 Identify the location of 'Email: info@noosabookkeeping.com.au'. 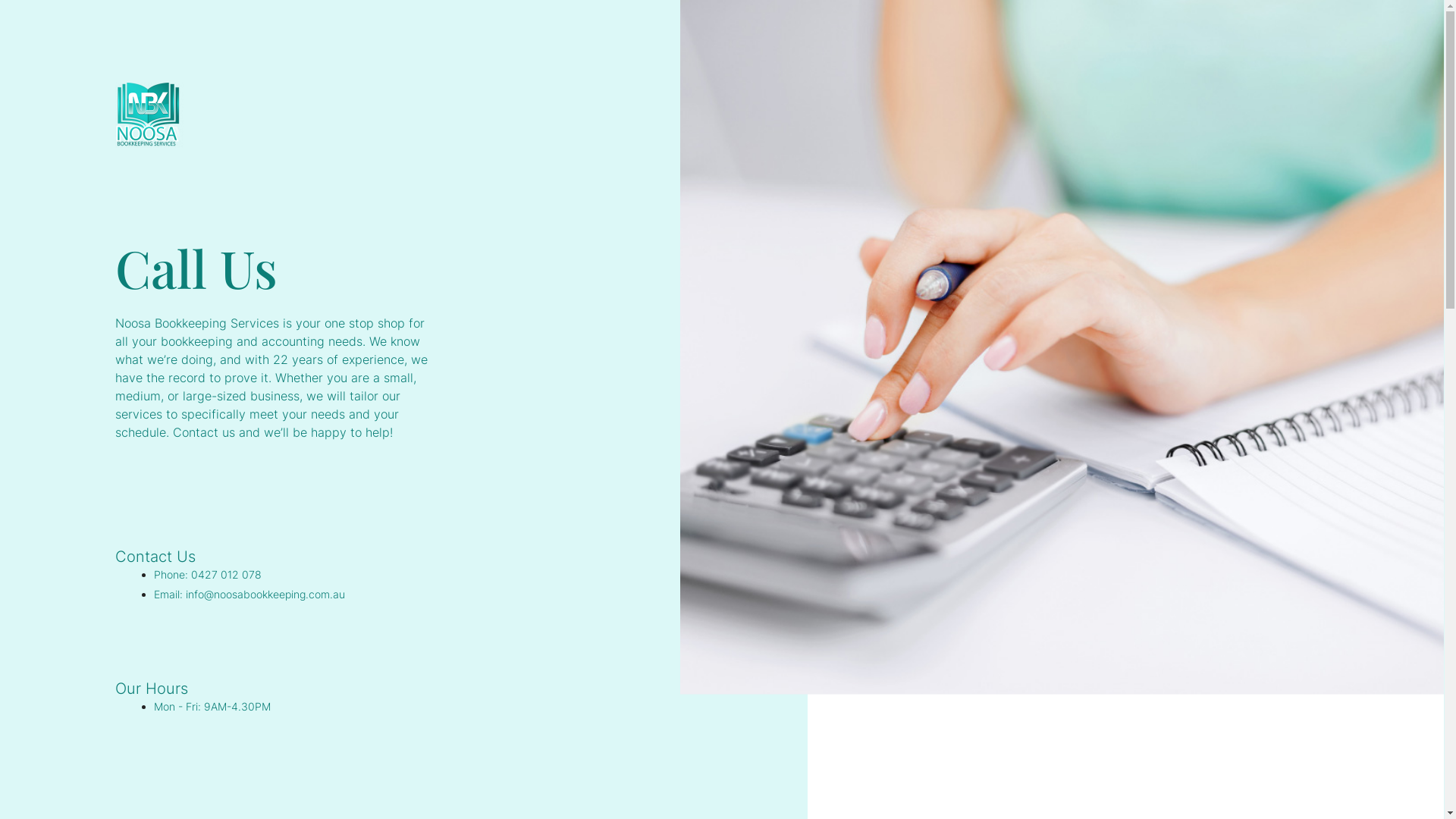
(249, 593).